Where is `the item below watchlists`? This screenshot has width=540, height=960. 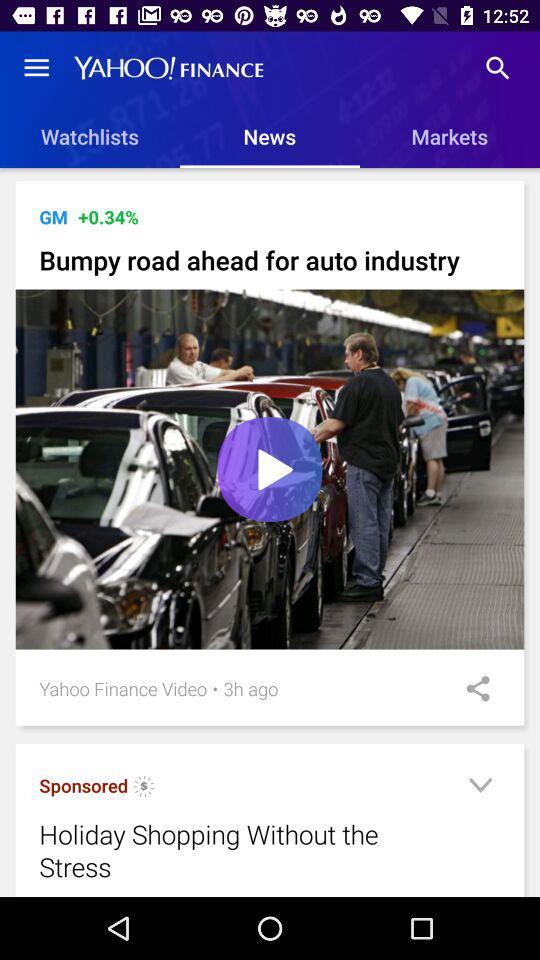 the item below watchlists is located at coordinates (272, 178).